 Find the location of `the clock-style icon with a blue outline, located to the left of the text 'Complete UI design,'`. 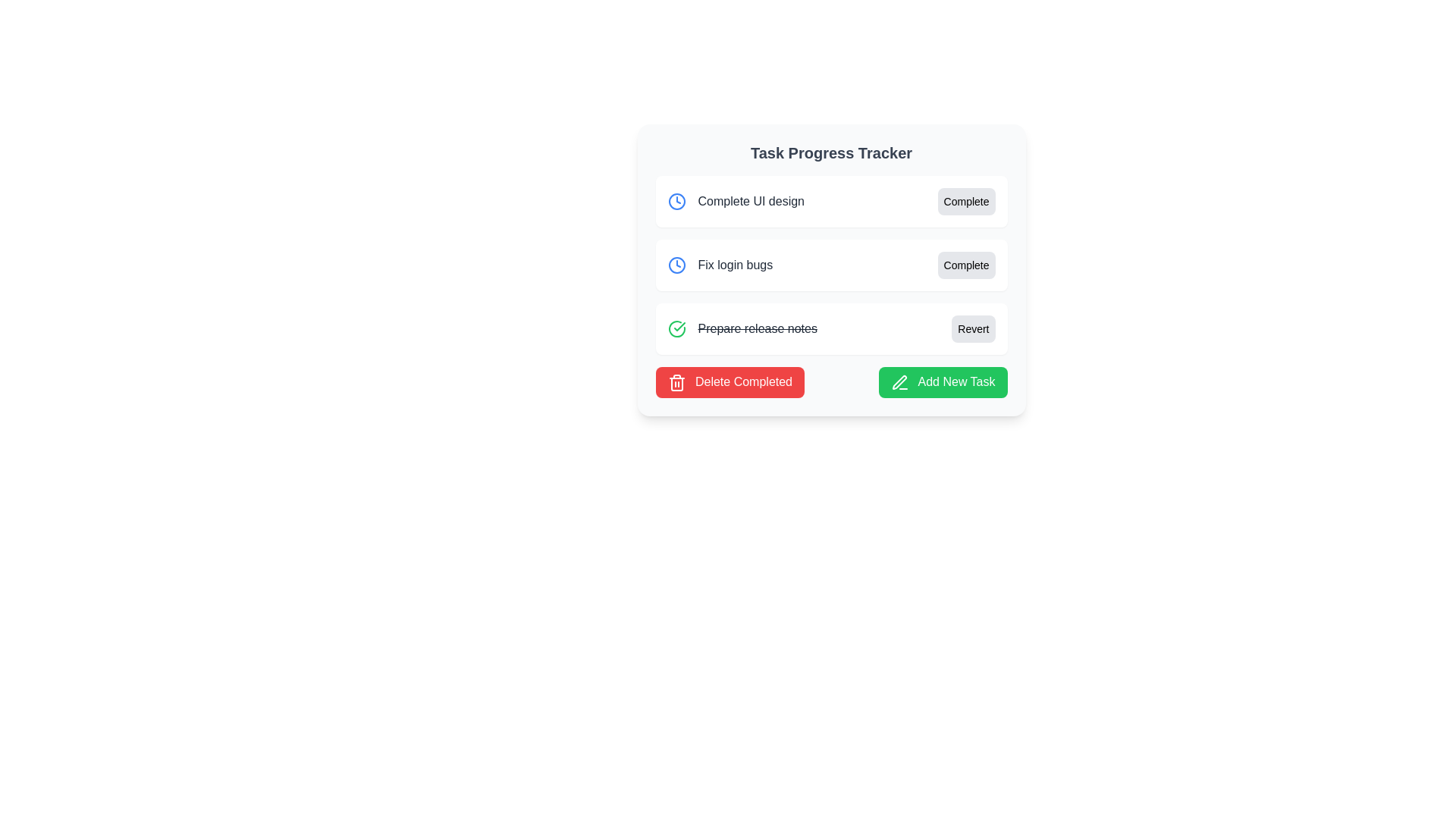

the clock-style icon with a blue outline, located to the left of the text 'Complete UI design,' is located at coordinates (676, 201).